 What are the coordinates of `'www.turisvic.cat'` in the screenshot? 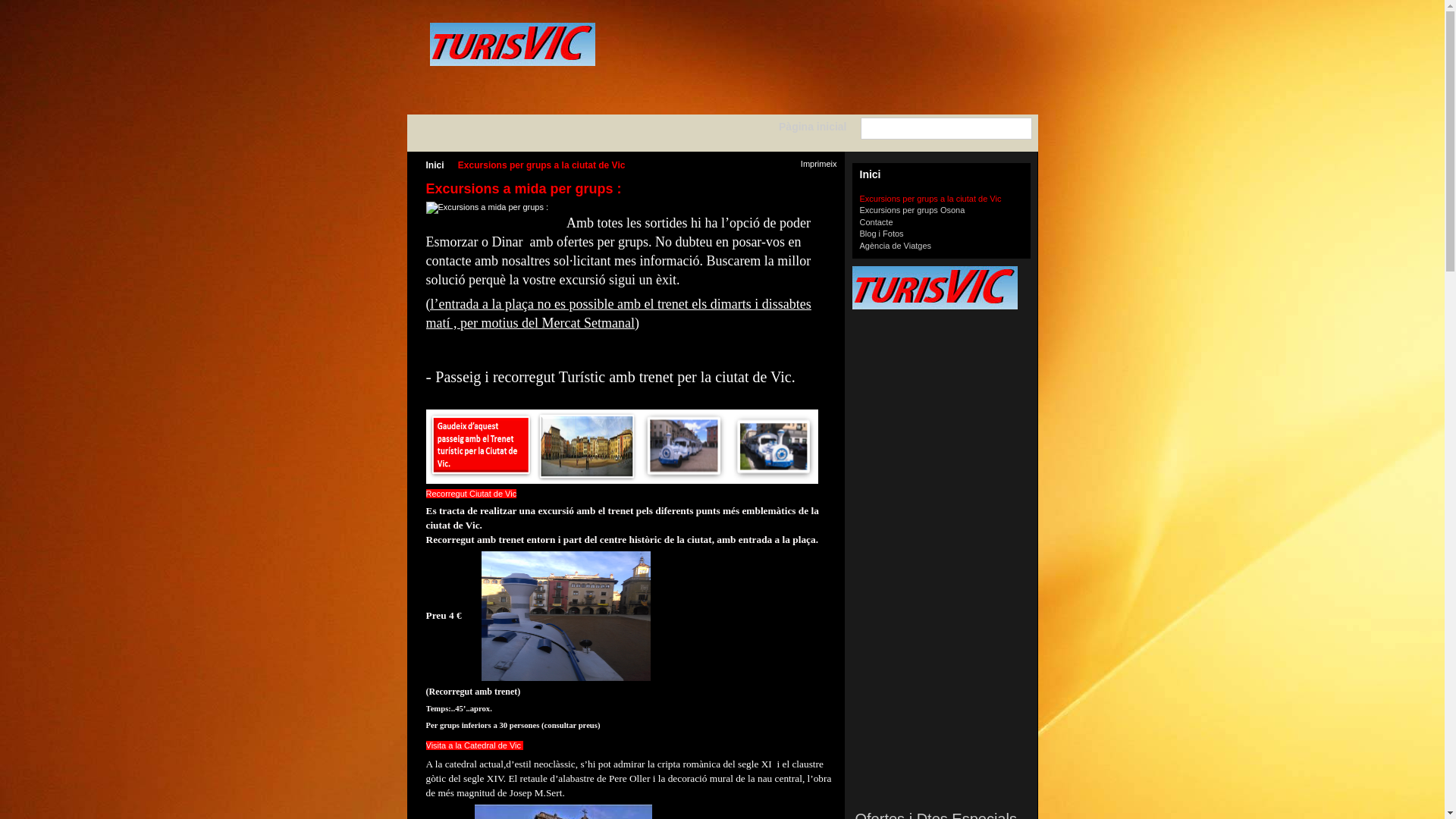 It's located at (512, 43).